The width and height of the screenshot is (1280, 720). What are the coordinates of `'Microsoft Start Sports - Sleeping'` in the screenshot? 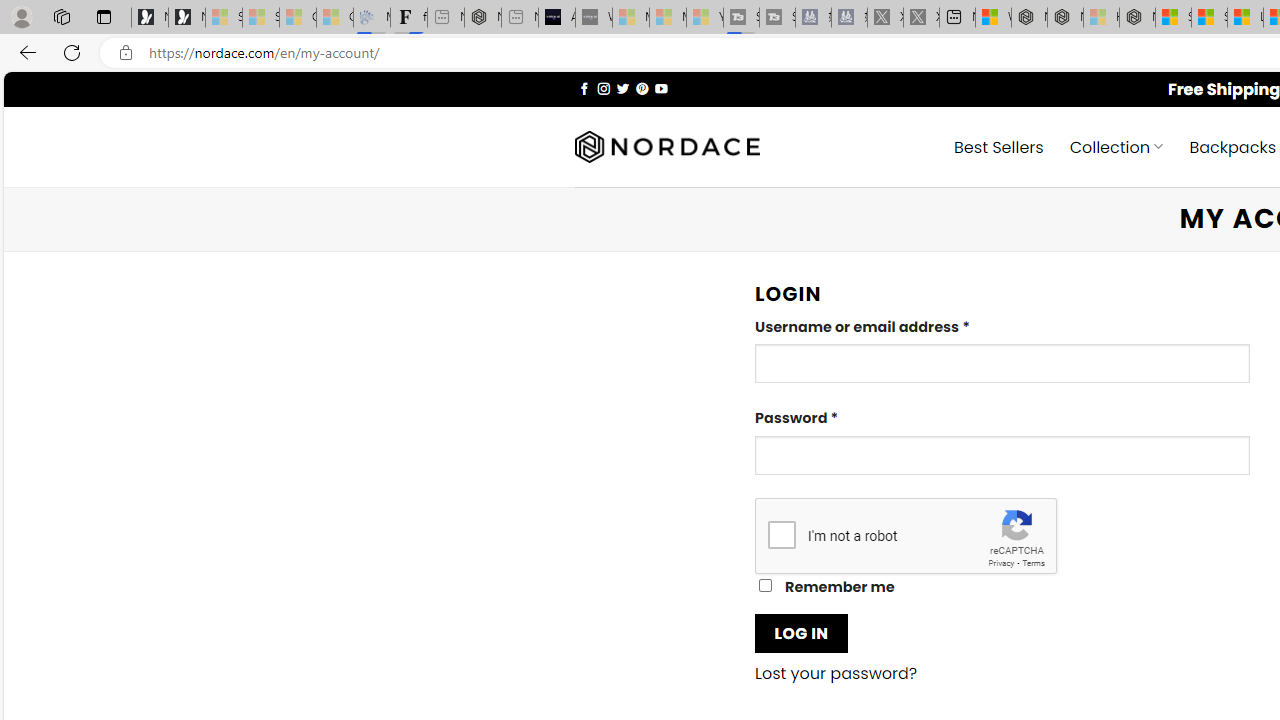 It's located at (630, 17).